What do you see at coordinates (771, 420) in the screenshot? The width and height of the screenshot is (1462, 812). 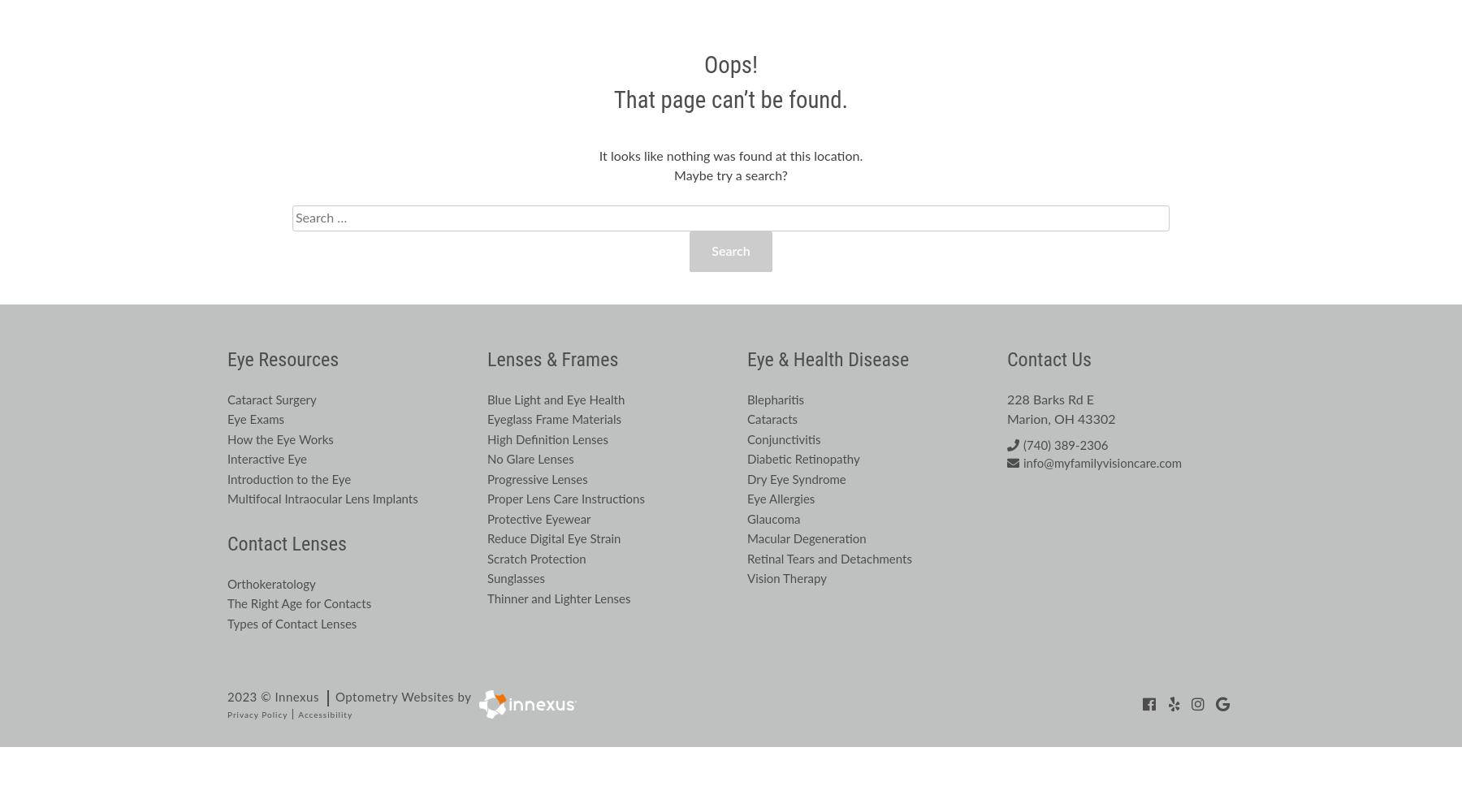 I see `'Cataracts'` at bounding box center [771, 420].